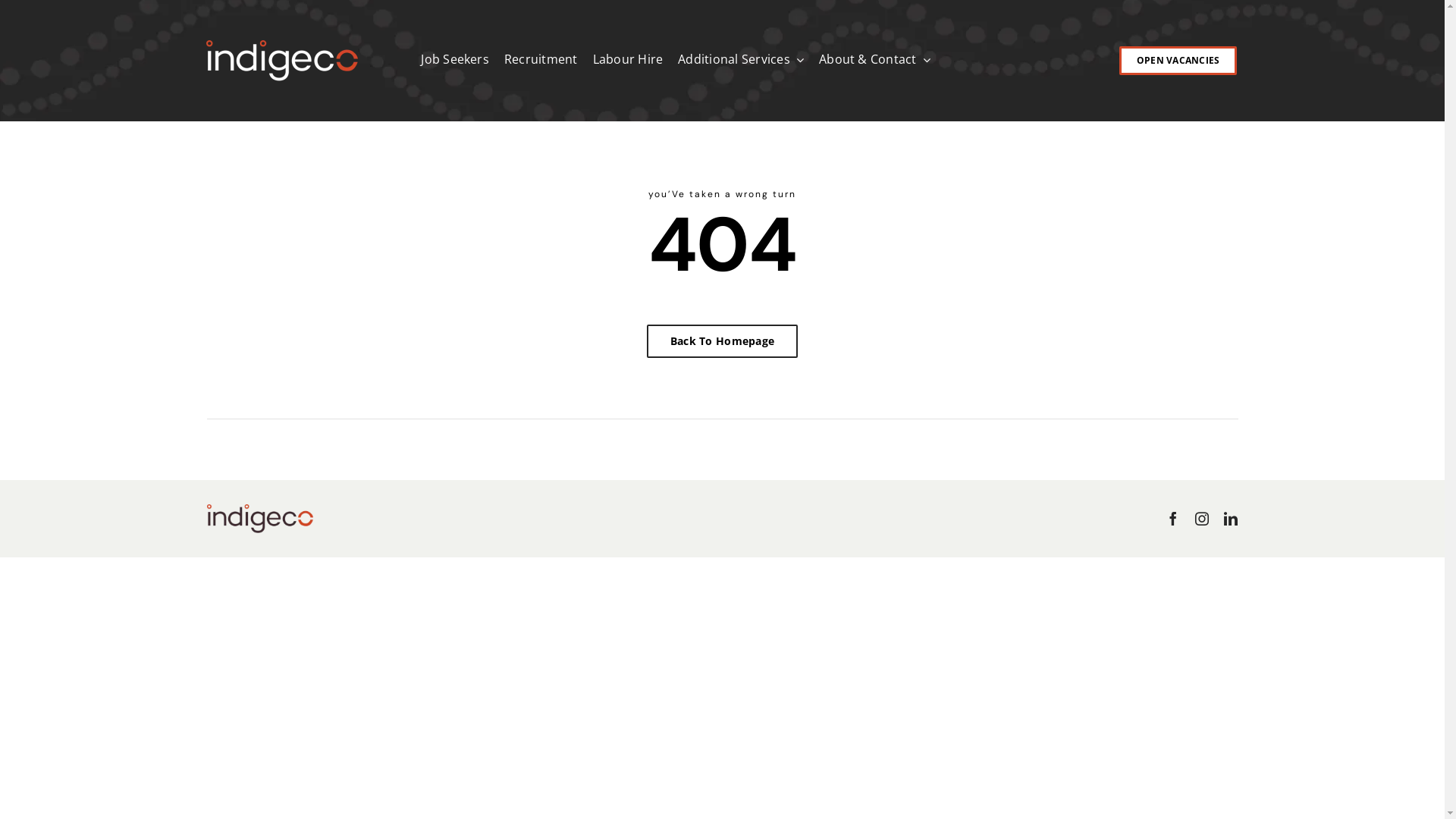 The image size is (1456, 819). What do you see at coordinates (1178, 60) in the screenshot?
I see `'OPEN VACANCIES'` at bounding box center [1178, 60].